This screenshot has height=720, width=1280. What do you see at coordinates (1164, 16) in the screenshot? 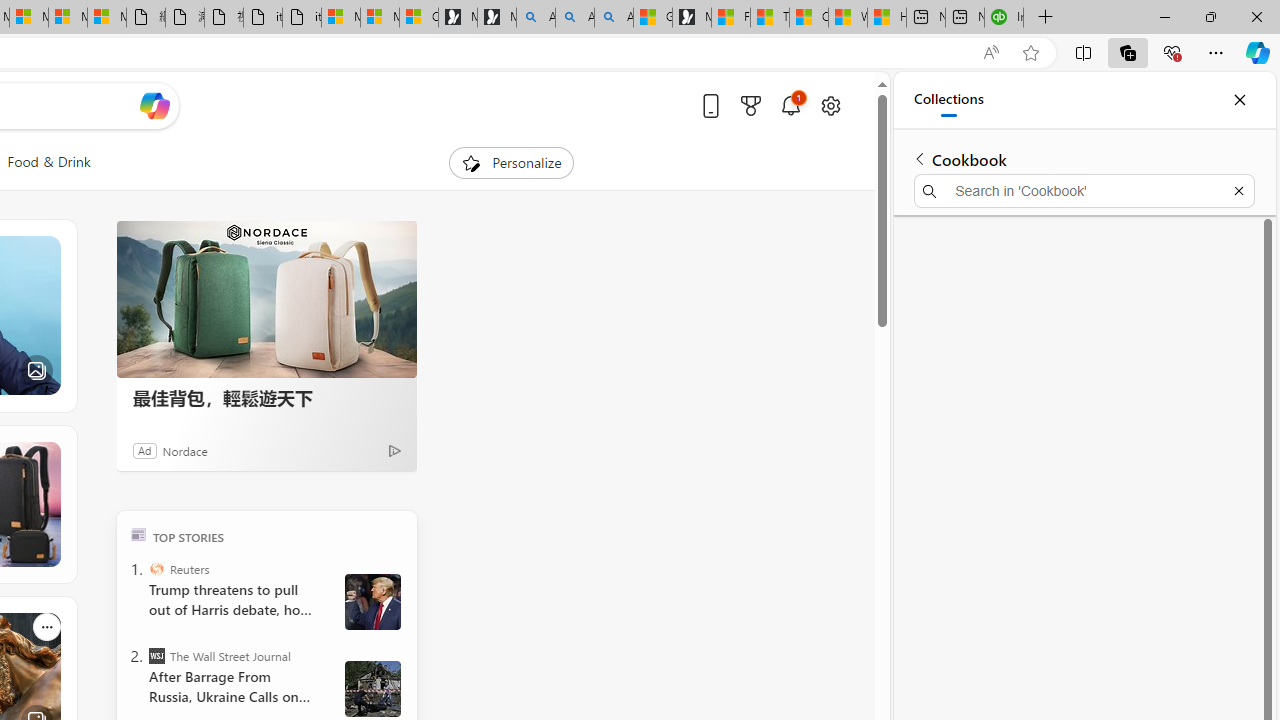
I see `'Minimize'` at bounding box center [1164, 16].